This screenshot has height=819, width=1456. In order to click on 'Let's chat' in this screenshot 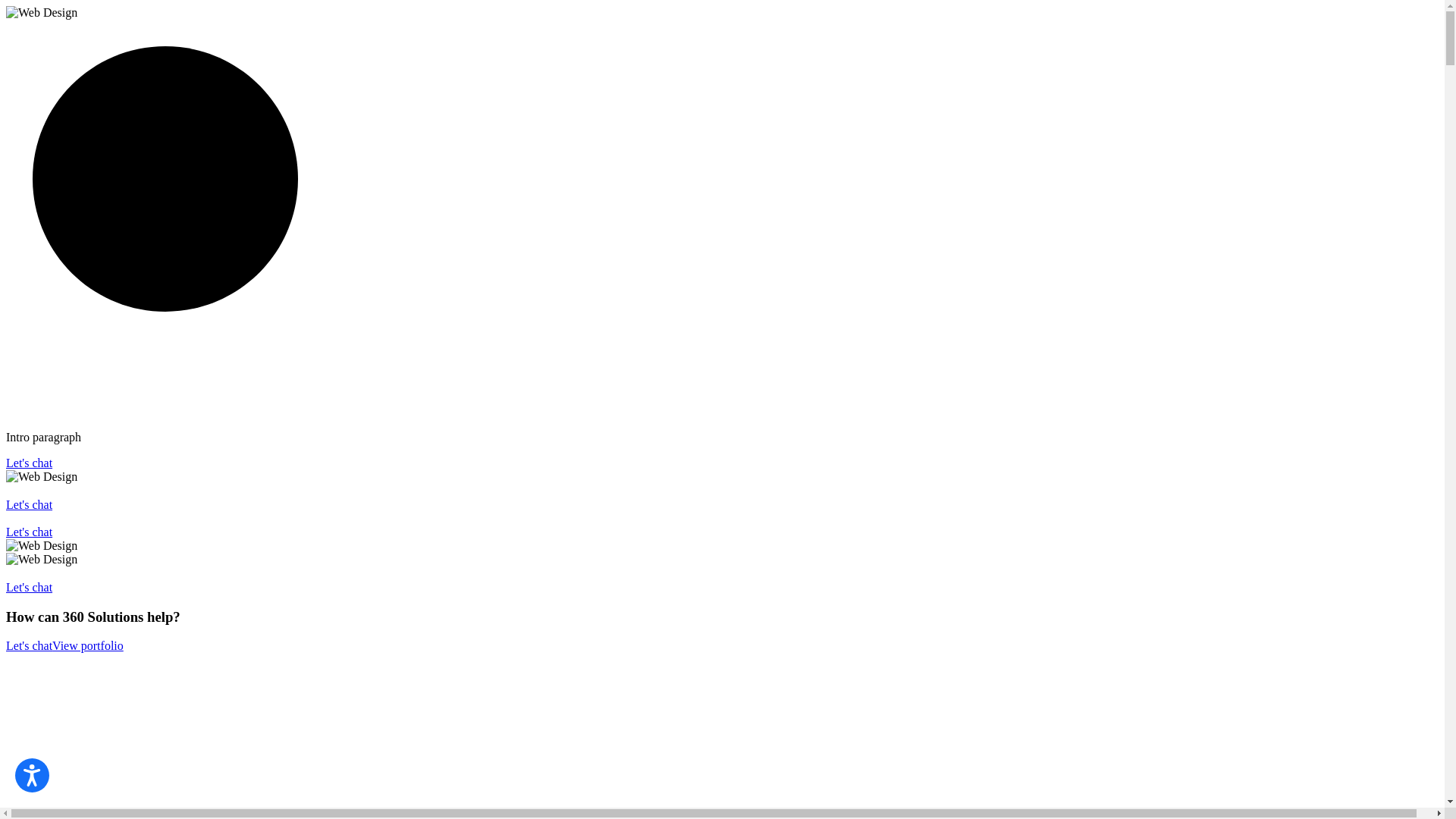, I will do `click(29, 462)`.